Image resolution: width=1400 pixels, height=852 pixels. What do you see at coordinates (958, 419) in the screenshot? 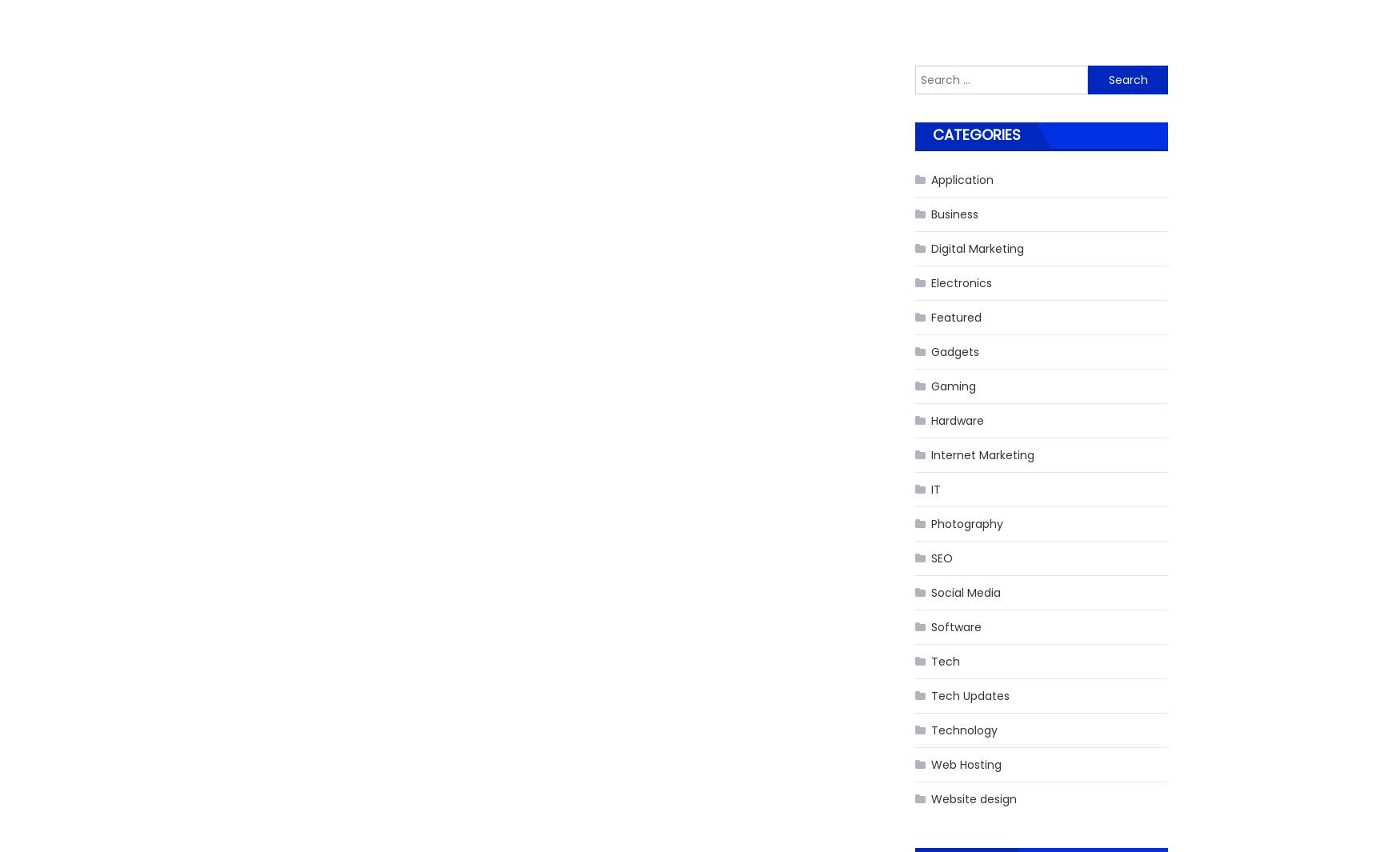
I see `'Hardware'` at bounding box center [958, 419].